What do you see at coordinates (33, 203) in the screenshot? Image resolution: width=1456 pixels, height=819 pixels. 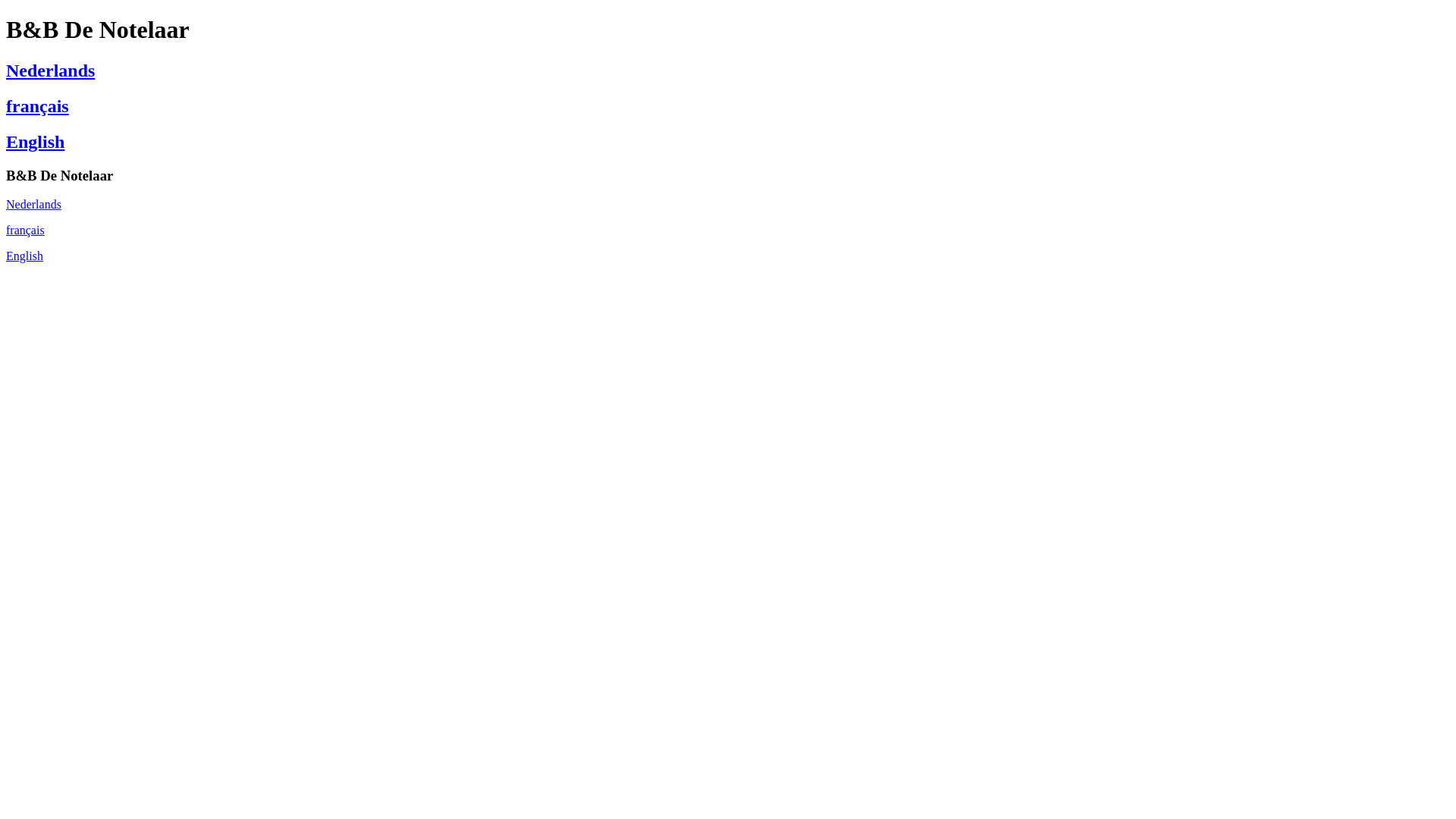 I see `'Nederlands'` at bounding box center [33, 203].